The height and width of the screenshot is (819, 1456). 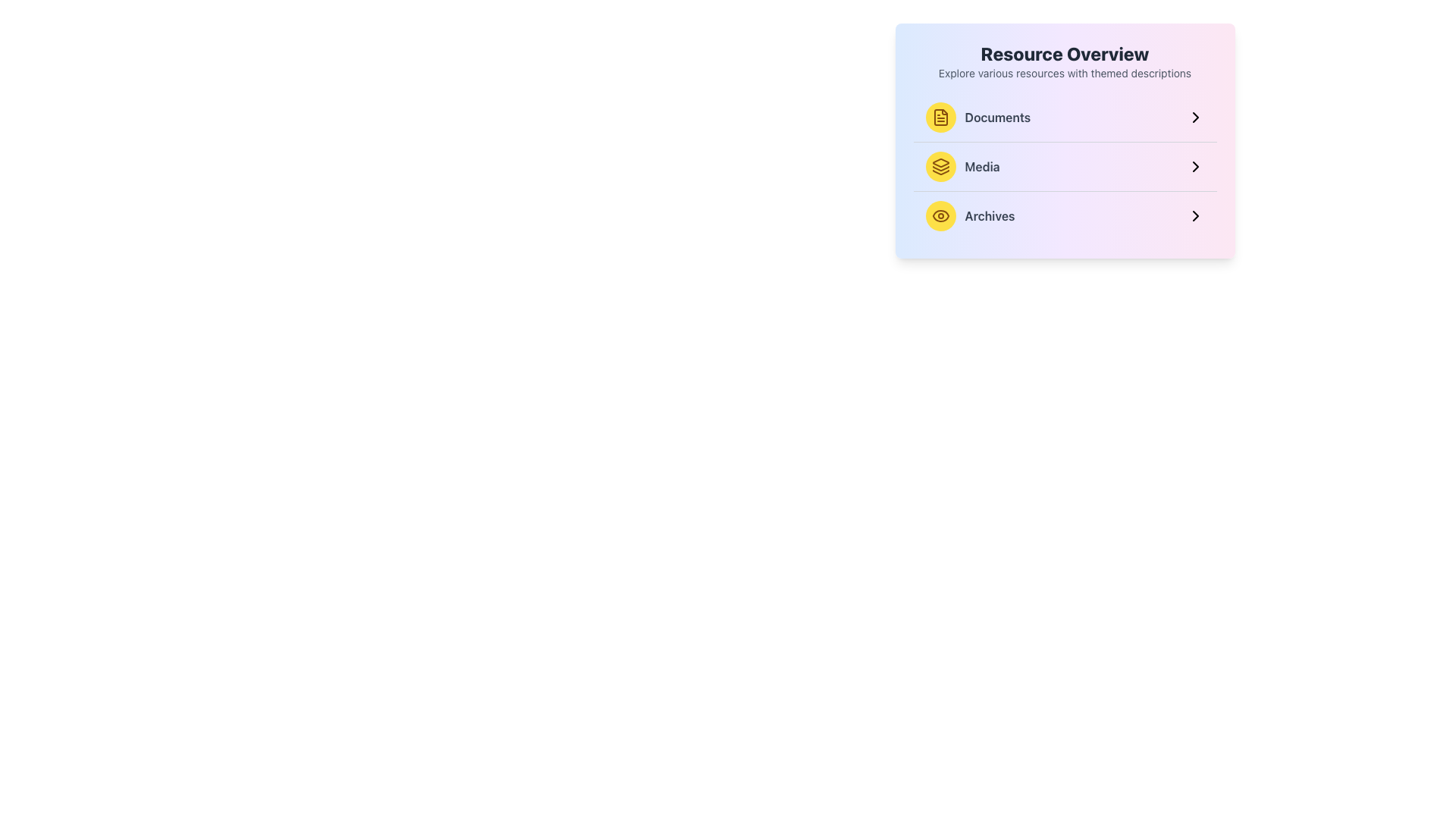 I want to click on the Chevron or arrow icon located to the right of the 'Media' label in the 'Resource Overview' section, so click(x=1194, y=166).